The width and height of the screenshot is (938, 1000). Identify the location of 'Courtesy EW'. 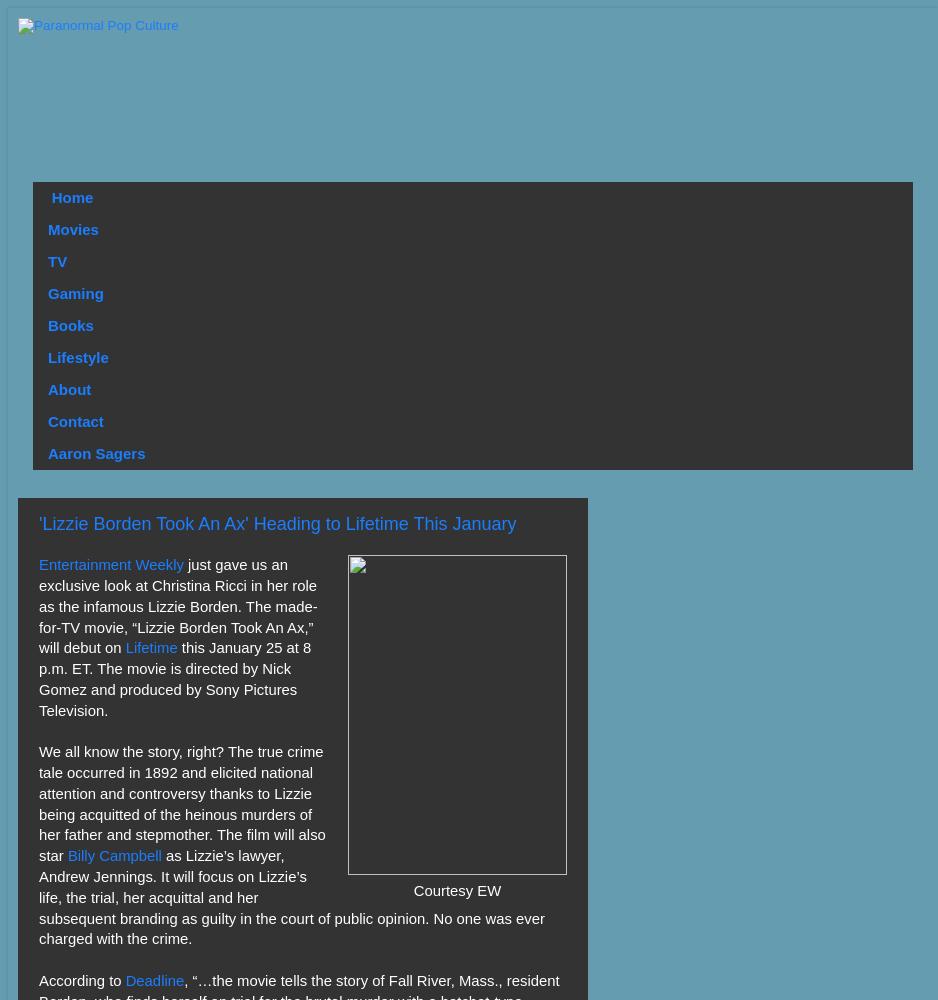
(455, 891).